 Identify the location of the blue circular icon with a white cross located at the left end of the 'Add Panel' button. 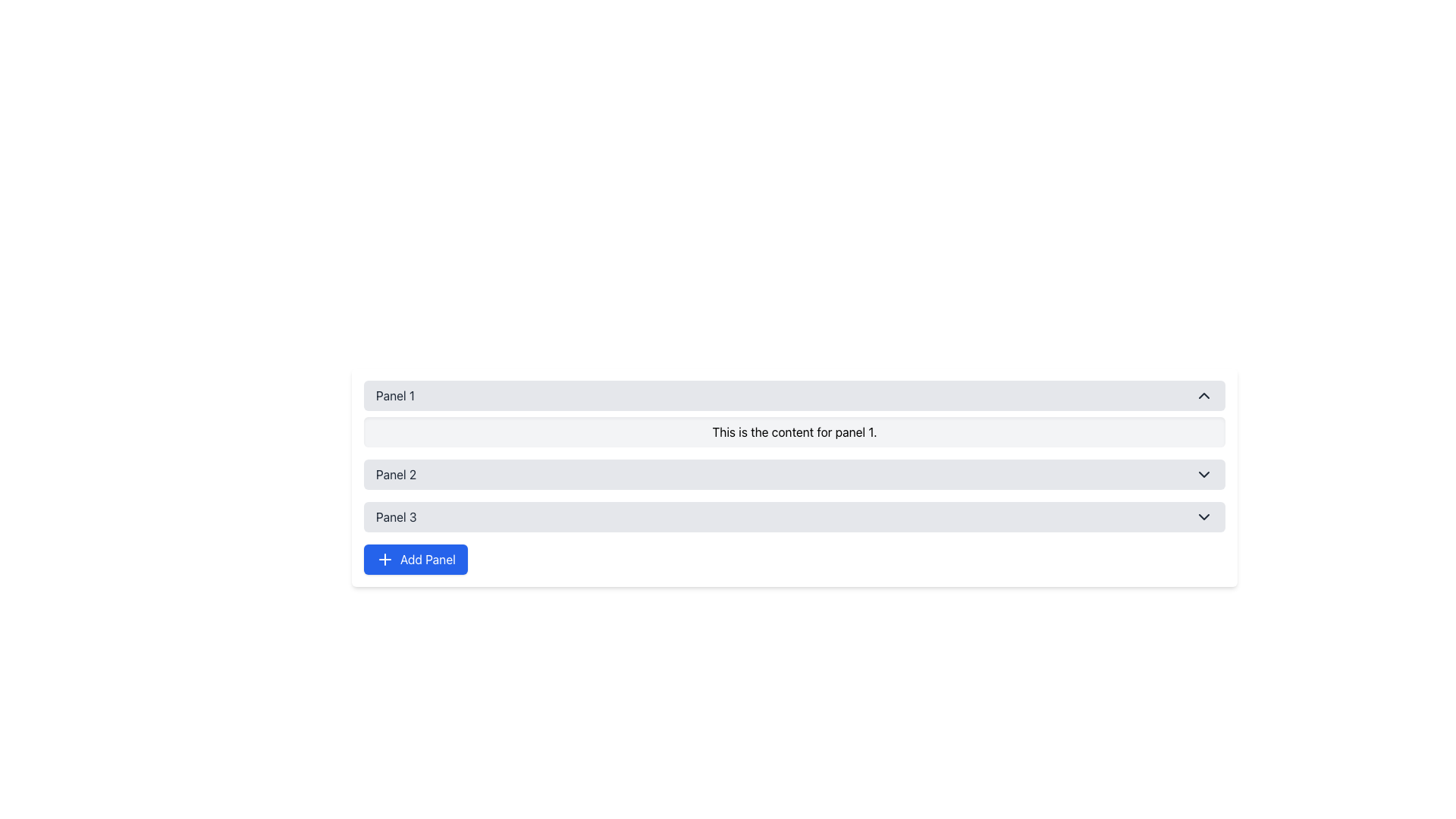
(385, 559).